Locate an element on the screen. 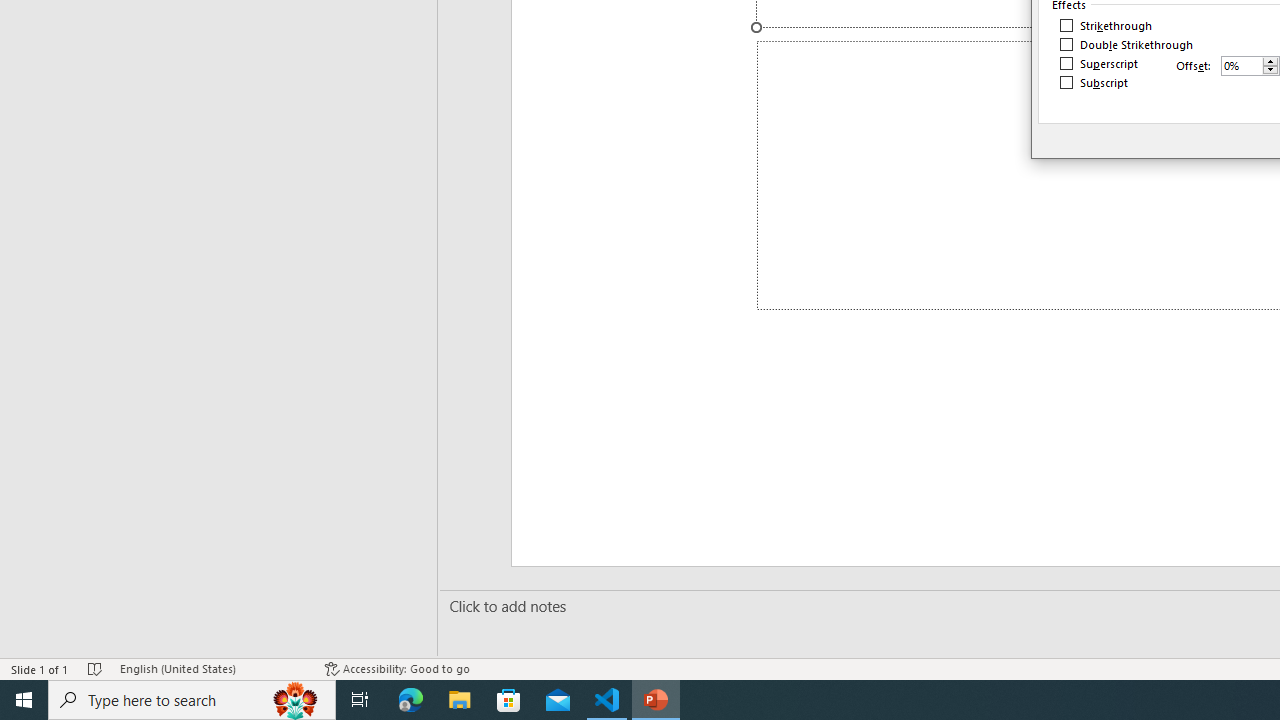 Image resolution: width=1280 pixels, height=720 pixels. 'Visual Studio Code - 1 running window' is located at coordinates (606, 698).